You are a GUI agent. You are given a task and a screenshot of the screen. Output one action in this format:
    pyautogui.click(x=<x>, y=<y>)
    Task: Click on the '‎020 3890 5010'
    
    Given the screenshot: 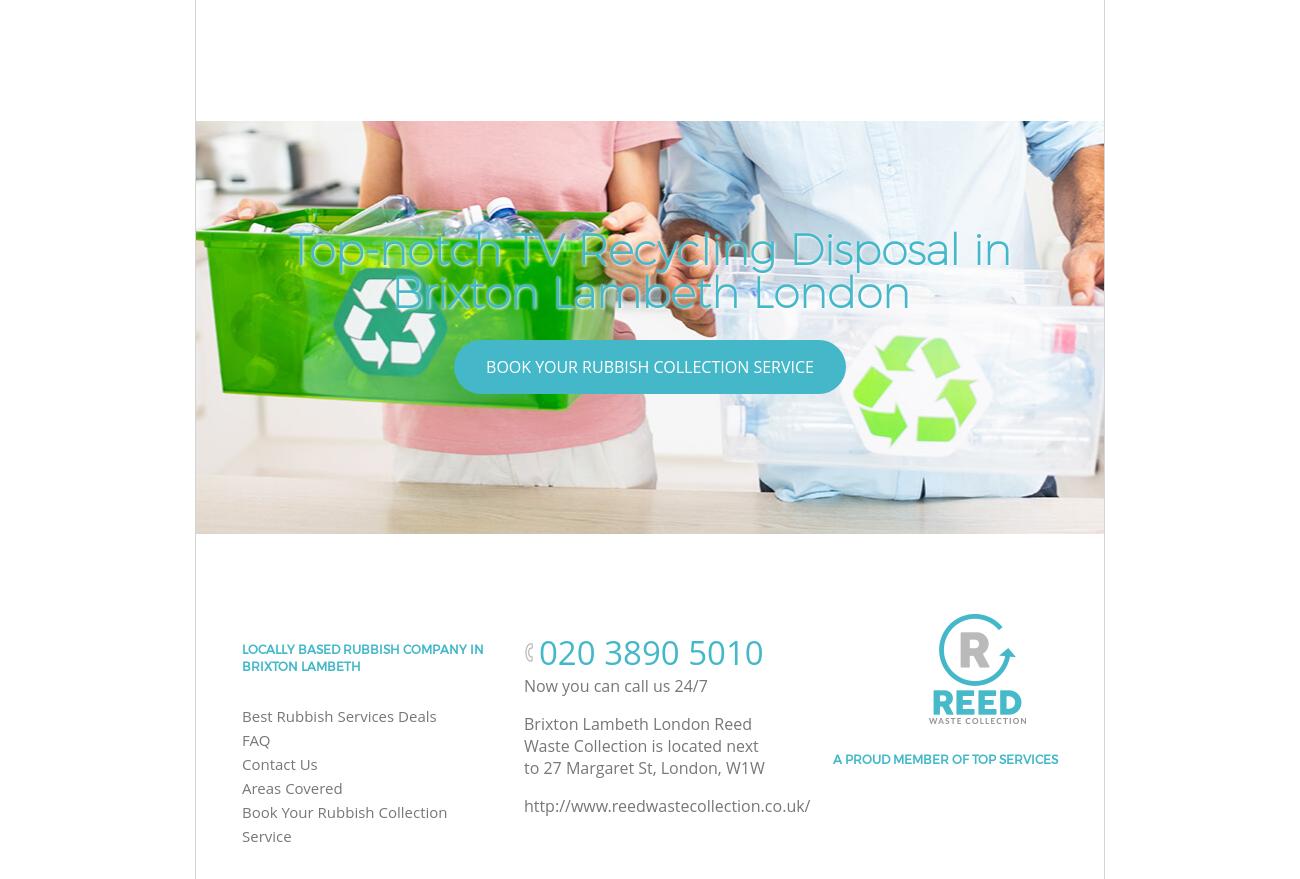 What is the action you would take?
    pyautogui.click(x=650, y=651)
    